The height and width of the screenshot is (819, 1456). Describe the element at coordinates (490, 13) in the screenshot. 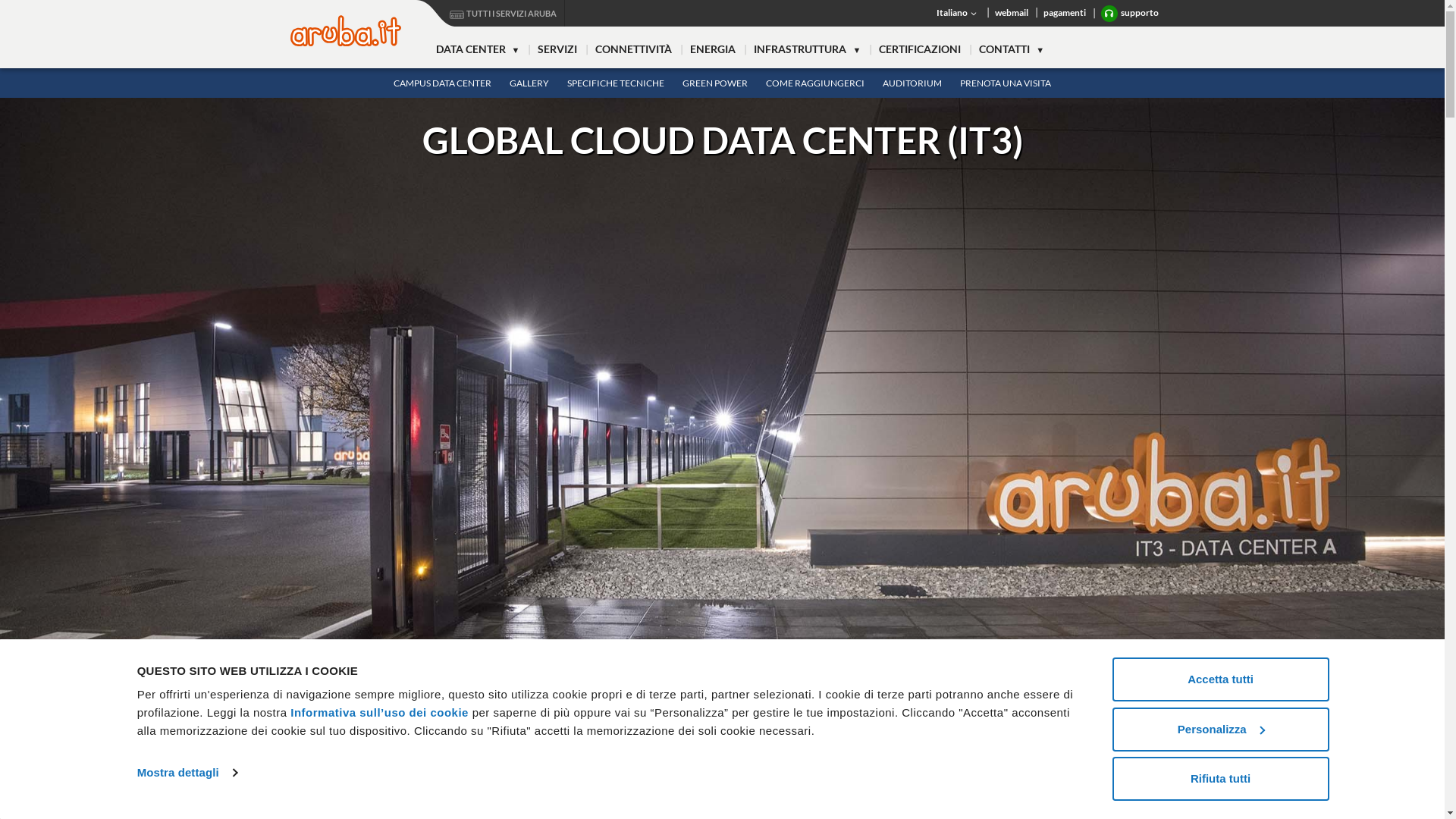

I see `'TUTTI I SERVIZI ARUBA'` at that location.